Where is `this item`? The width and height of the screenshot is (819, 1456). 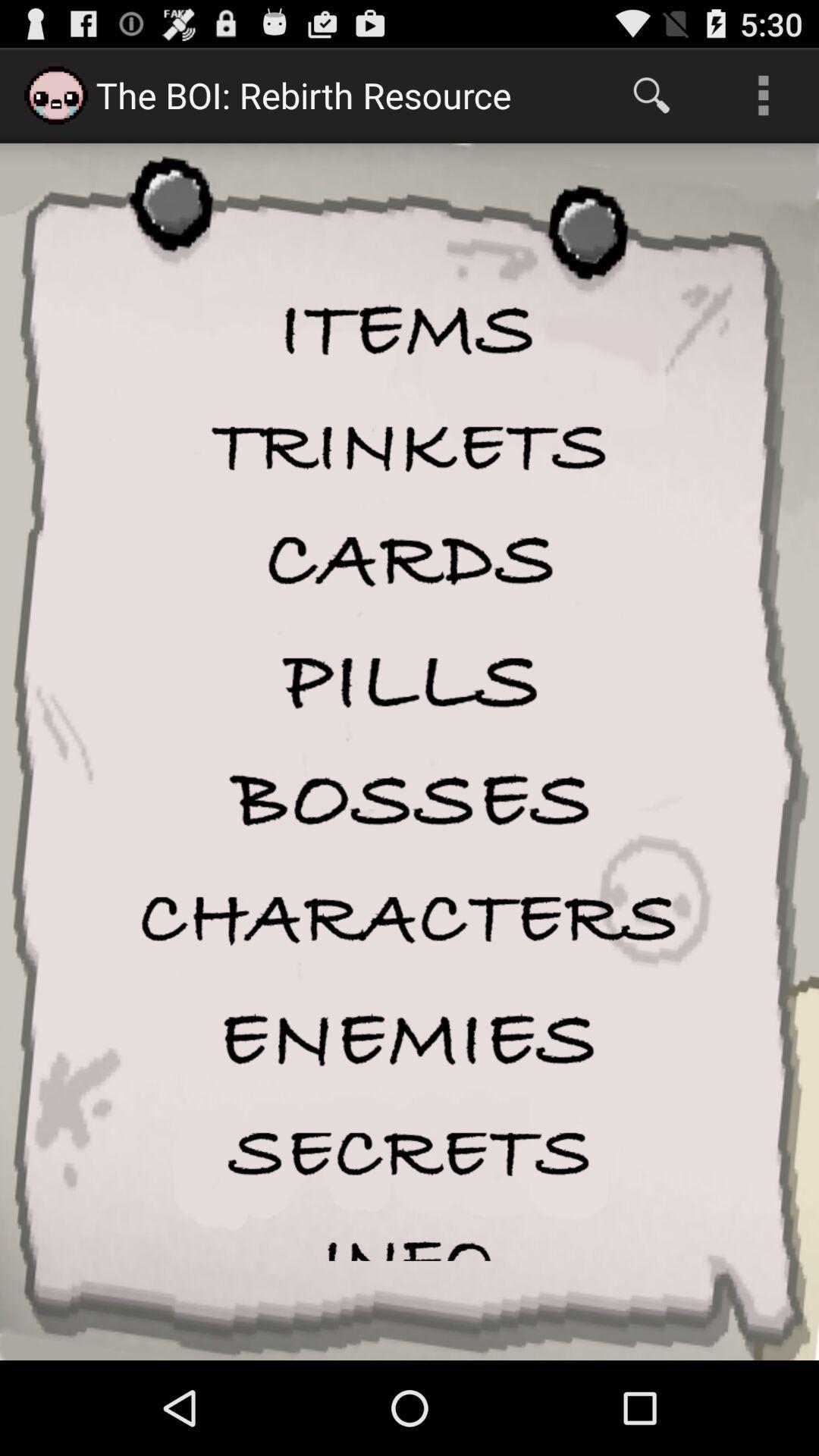 this item is located at coordinates (409, 1038).